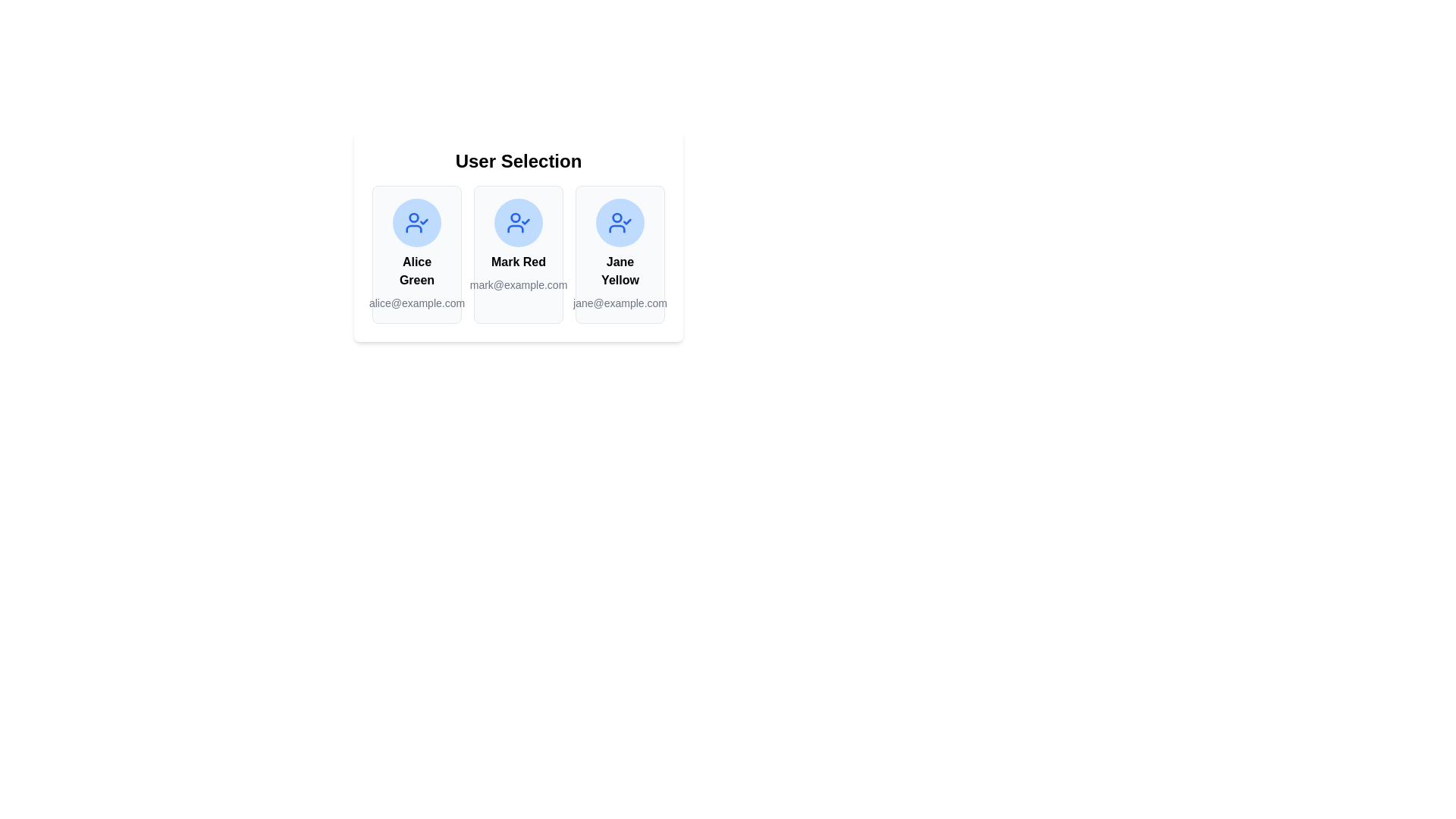 This screenshot has width=1456, height=819. What do you see at coordinates (620, 222) in the screenshot?
I see `the 'verified' icon component with a circular background located above the title 'Jane Yellow' in the third user card from the left` at bounding box center [620, 222].